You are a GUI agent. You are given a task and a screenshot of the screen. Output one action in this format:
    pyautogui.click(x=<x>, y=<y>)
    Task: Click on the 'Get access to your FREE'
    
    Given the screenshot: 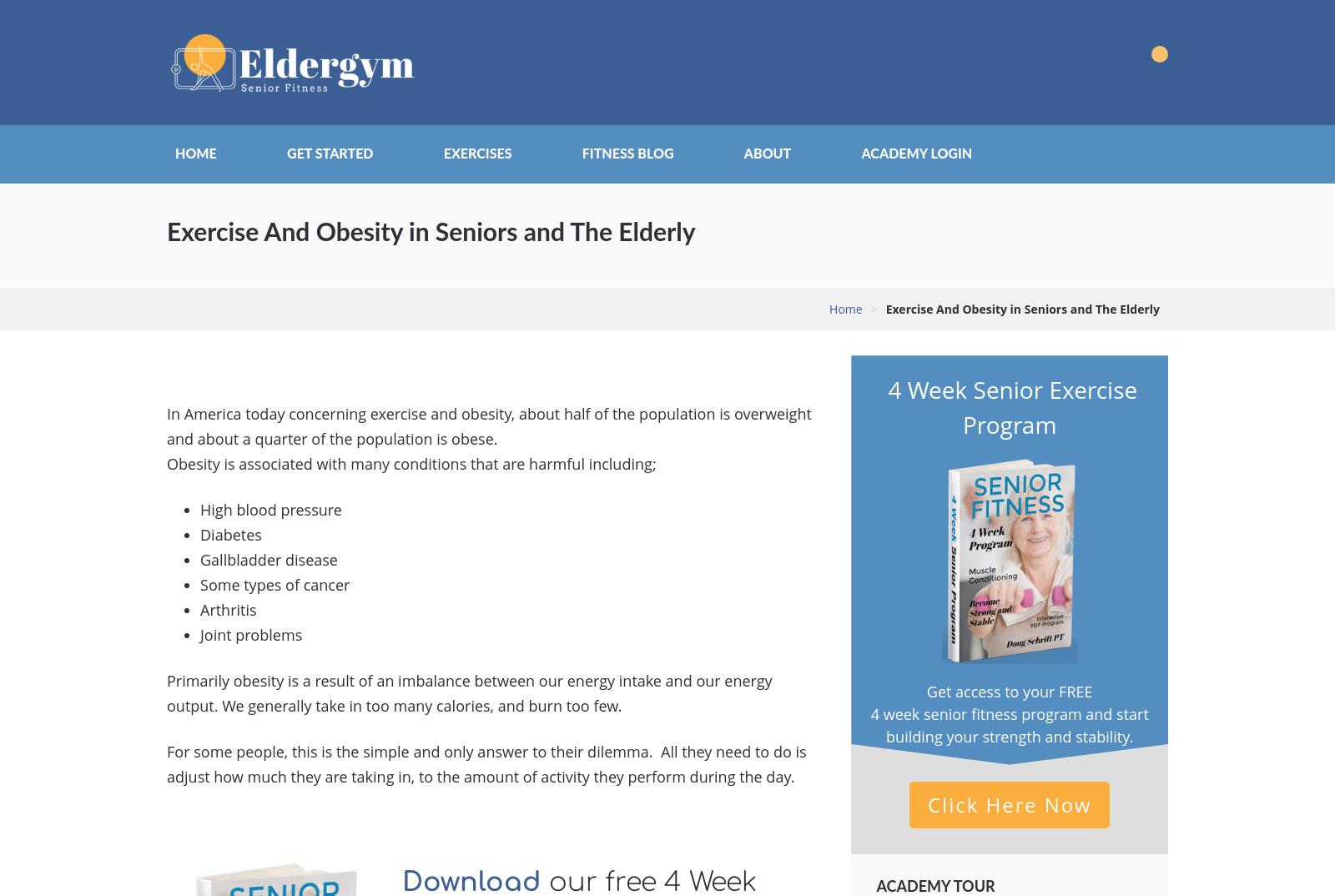 What is the action you would take?
    pyautogui.click(x=1008, y=690)
    